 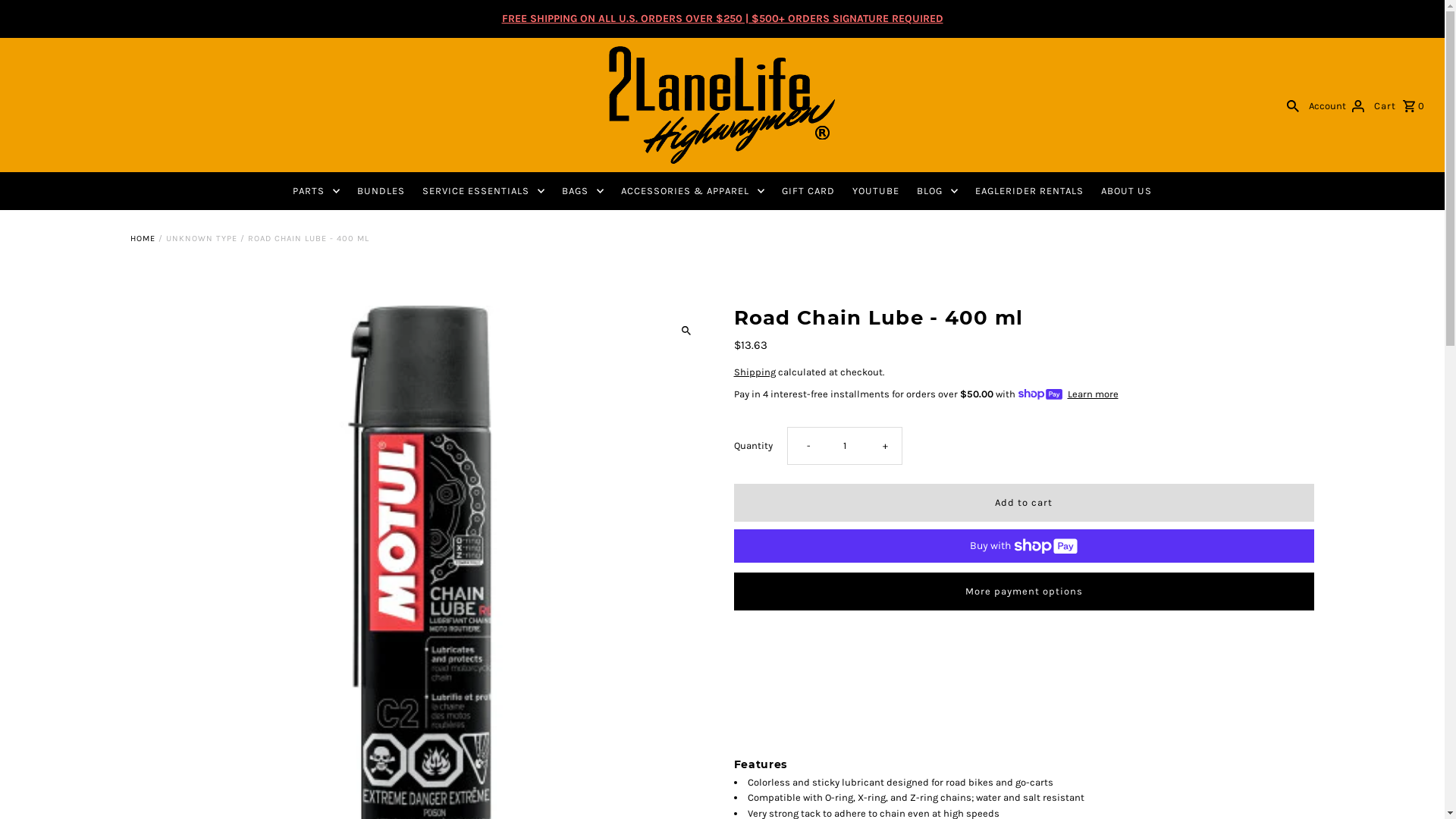 I want to click on 'Decrease quantity for Road Chain Lube - 400 ml, so click(x=786, y=444).